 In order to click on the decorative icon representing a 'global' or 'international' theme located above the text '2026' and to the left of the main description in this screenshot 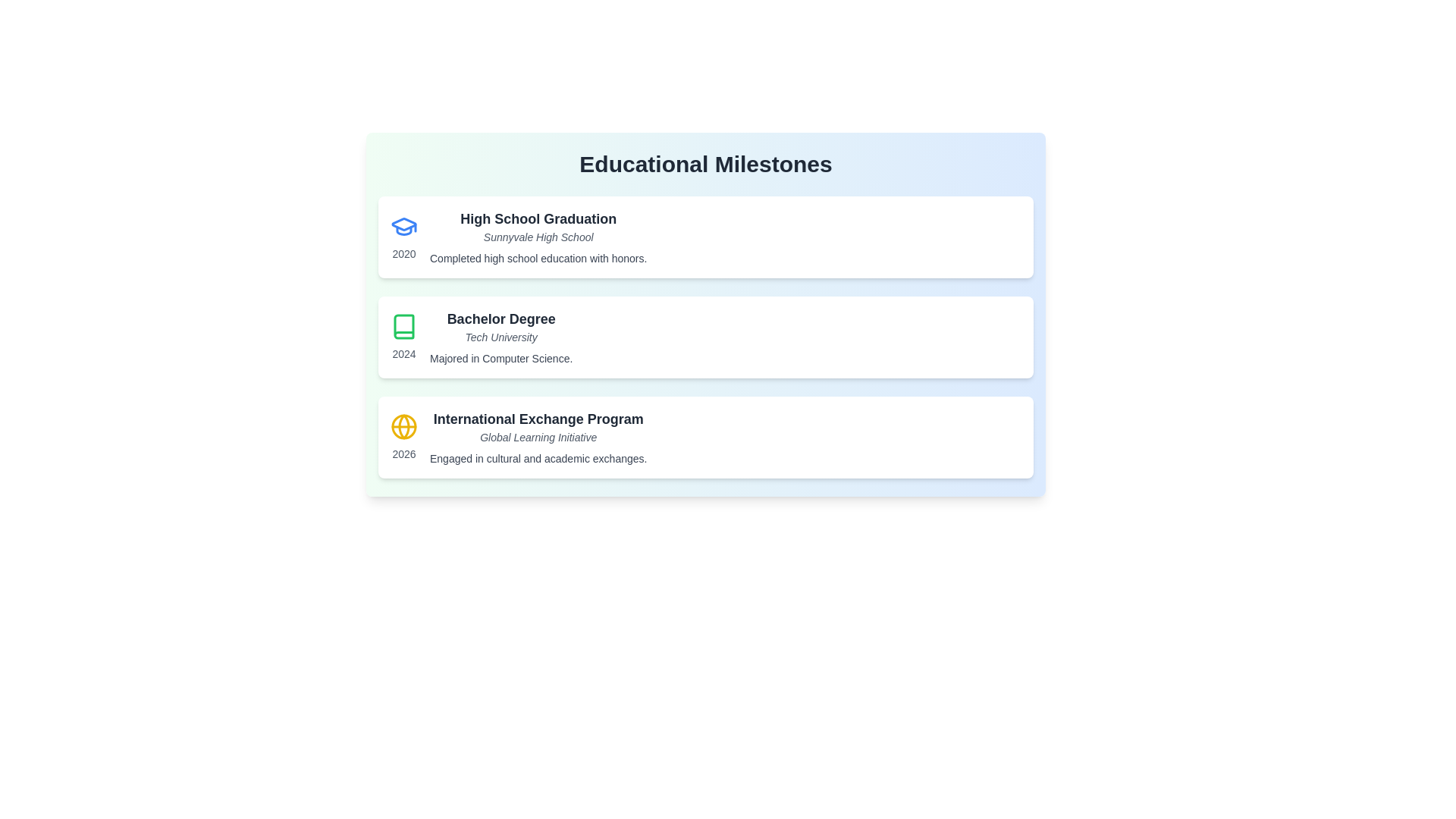, I will do `click(403, 427)`.